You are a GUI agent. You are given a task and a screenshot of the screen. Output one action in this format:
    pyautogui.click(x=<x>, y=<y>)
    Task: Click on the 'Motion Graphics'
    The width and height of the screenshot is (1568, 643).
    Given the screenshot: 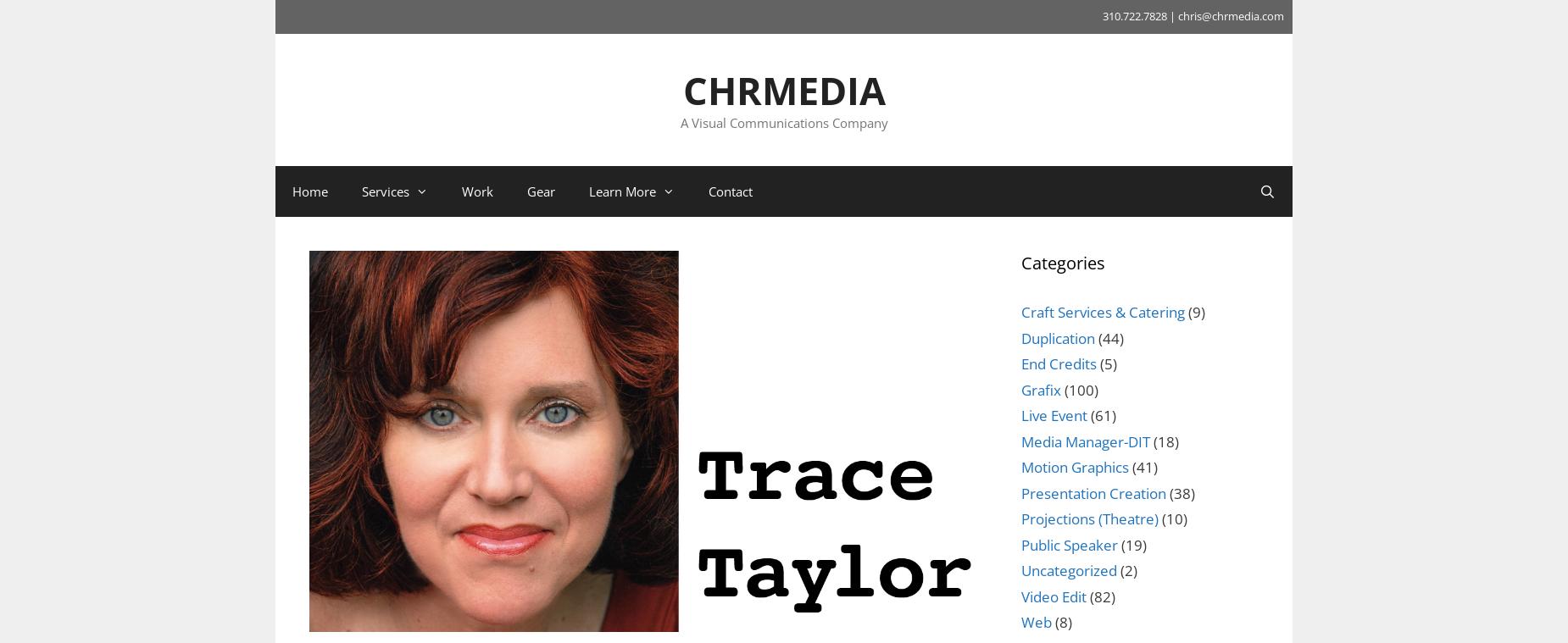 What is the action you would take?
    pyautogui.click(x=1074, y=466)
    